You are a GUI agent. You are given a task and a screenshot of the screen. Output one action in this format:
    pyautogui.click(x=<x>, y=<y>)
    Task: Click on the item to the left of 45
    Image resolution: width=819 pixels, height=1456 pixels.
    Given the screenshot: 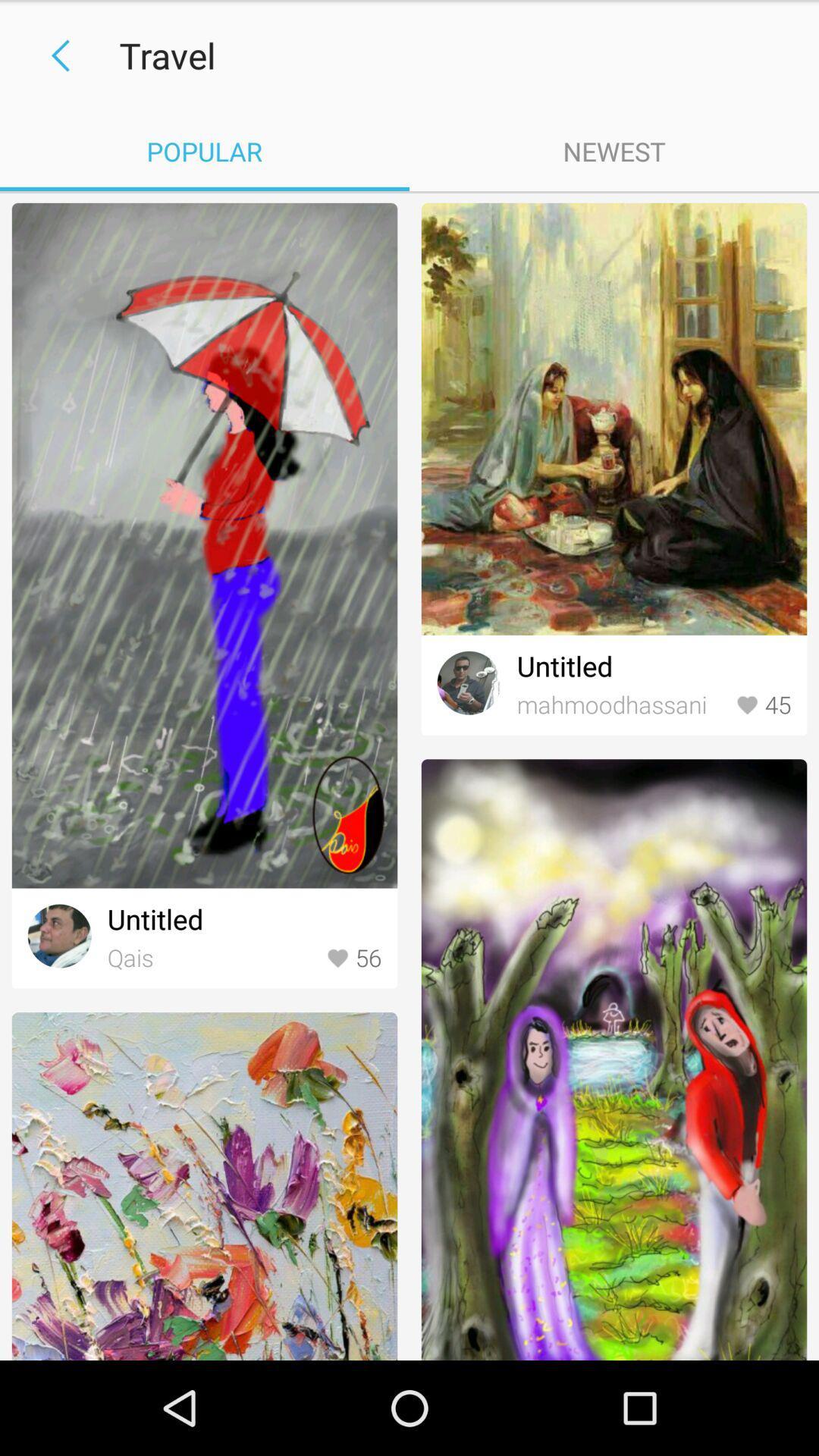 What is the action you would take?
    pyautogui.click(x=623, y=704)
    